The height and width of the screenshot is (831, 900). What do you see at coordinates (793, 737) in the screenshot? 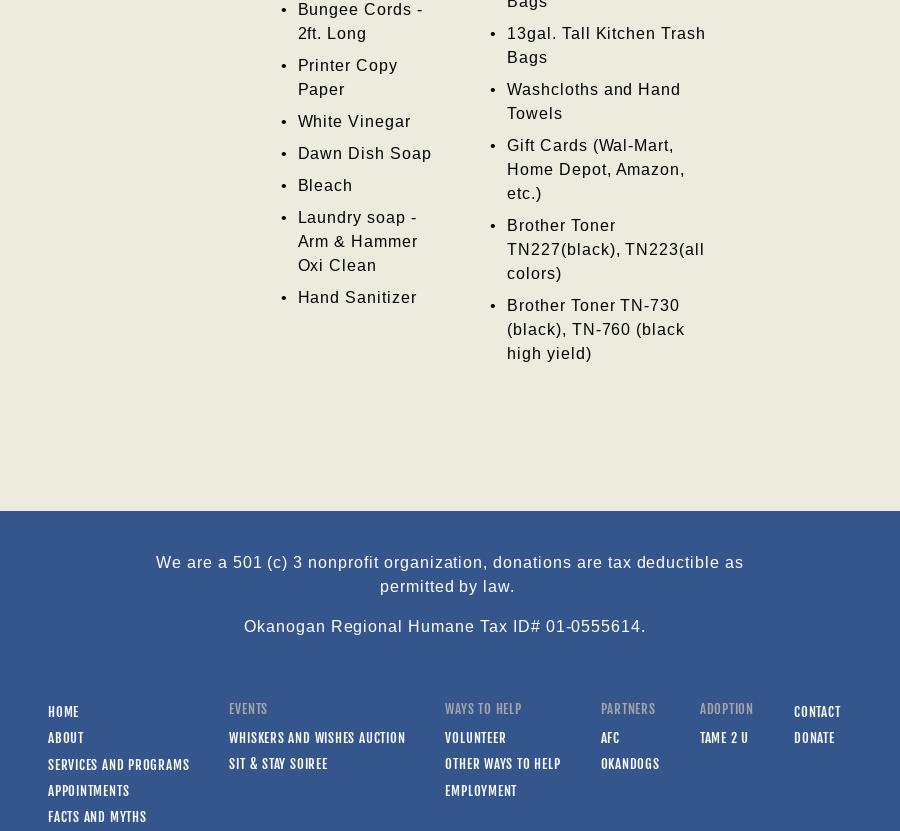
I see `'Donate'` at bounding box center [793, 737].